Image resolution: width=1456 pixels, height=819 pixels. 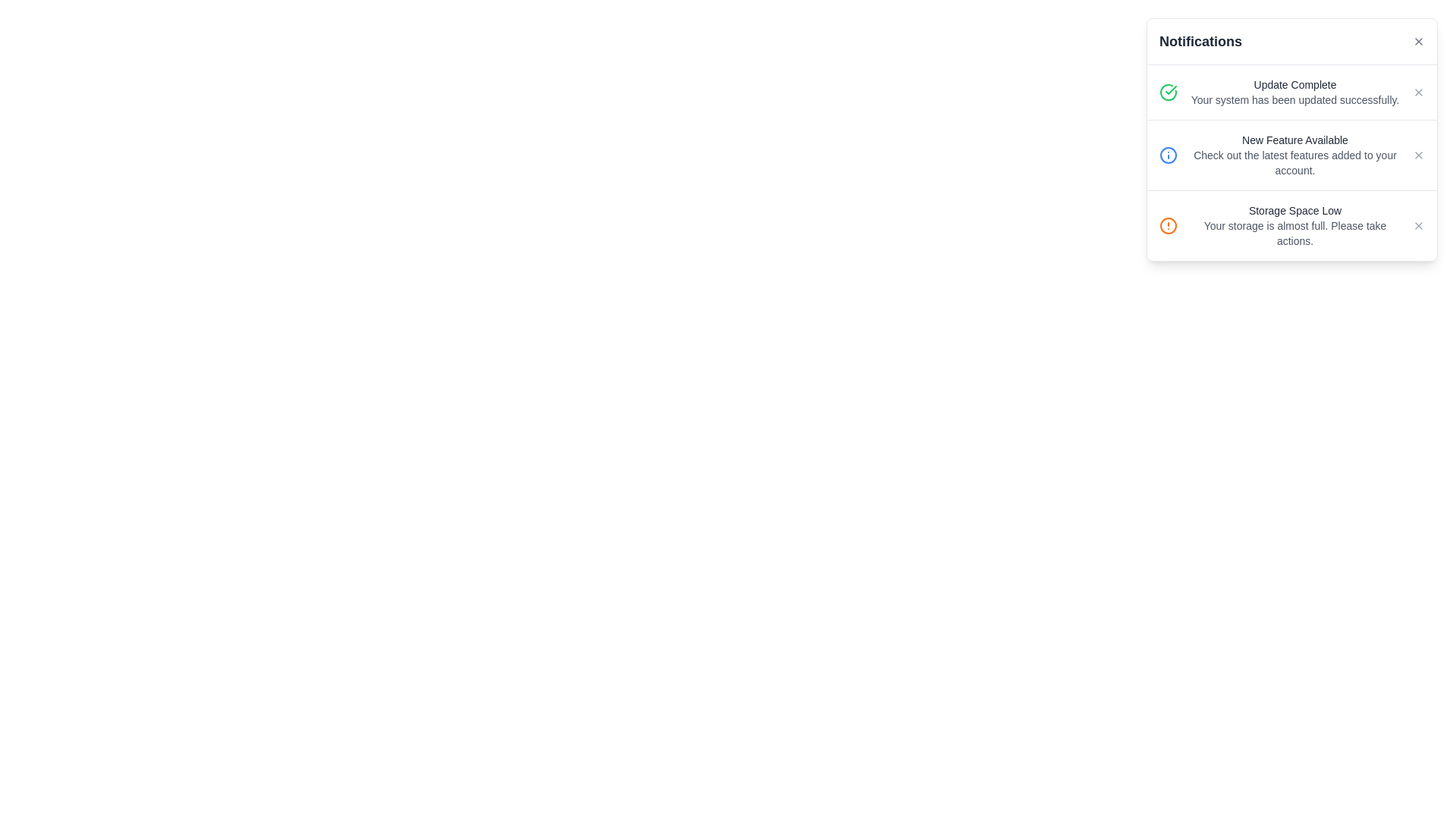 I want to click on the close button located at the top-right corner of the first notification message in the notifications panel, so click(x=1418, y=93).